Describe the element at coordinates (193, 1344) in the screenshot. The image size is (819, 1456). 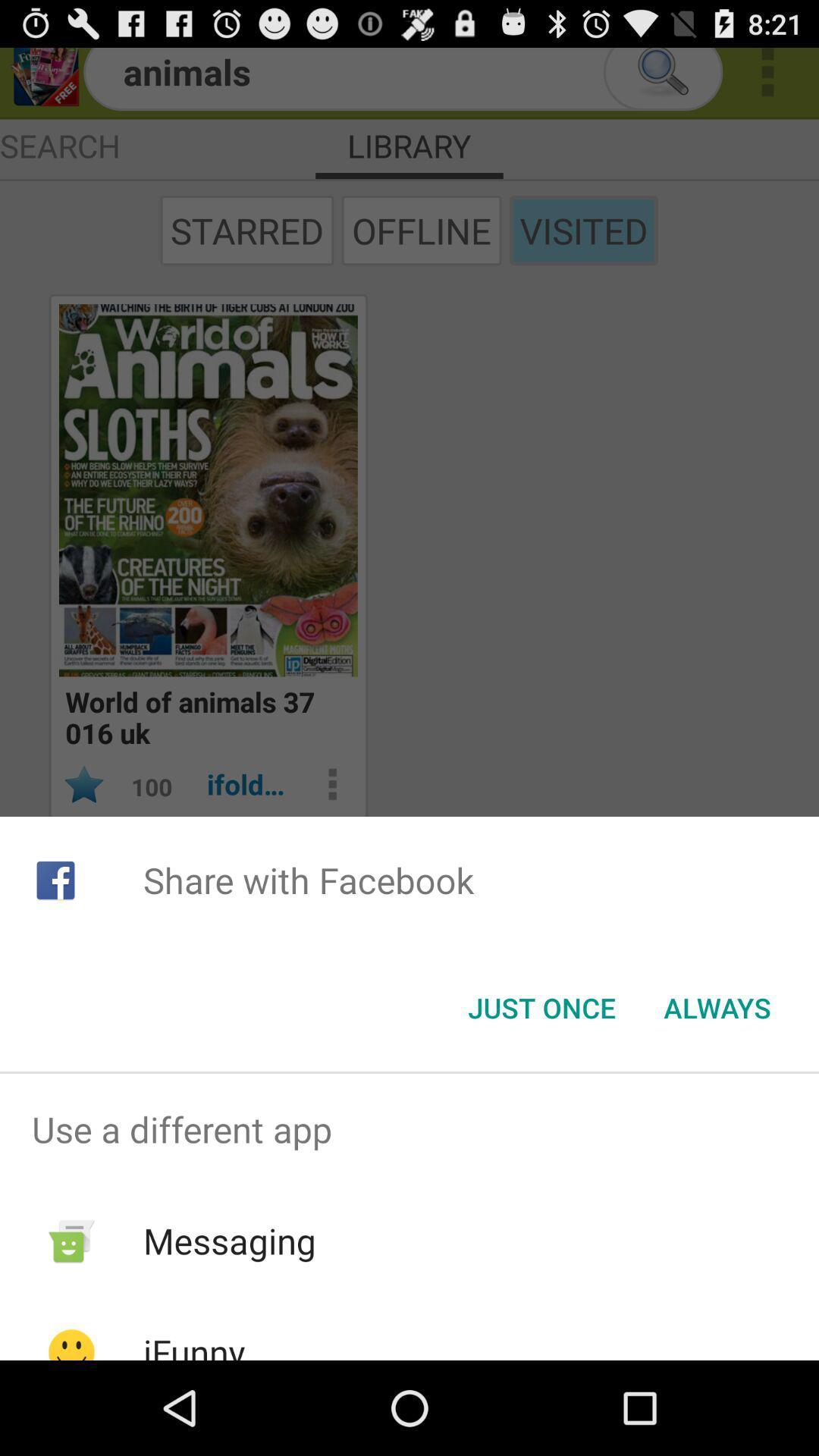
I see `the icon below messaging item` at that location.